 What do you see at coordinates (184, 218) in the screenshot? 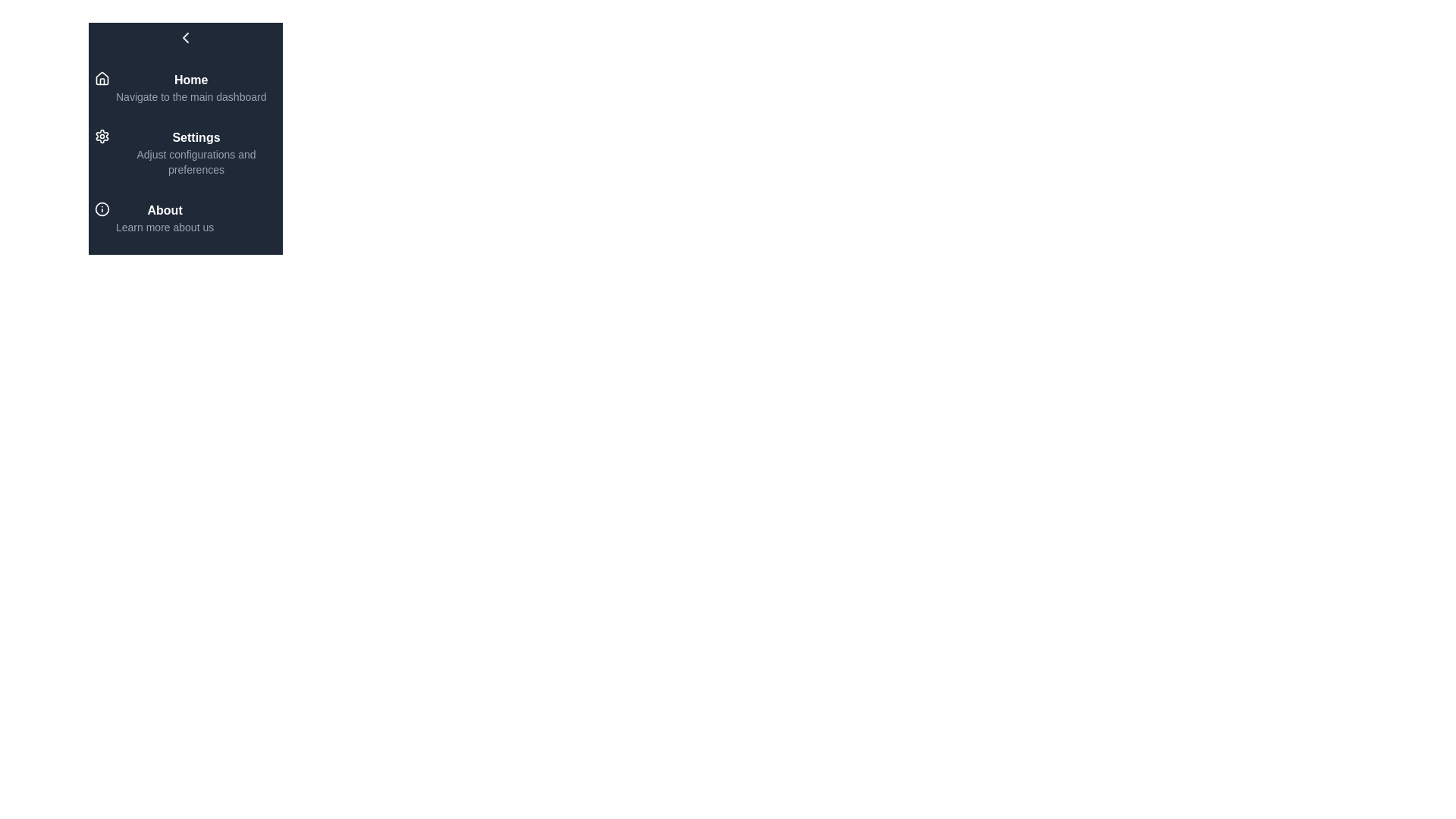
I see `the menu item About to highlight it` at bounding box center [184, 218].